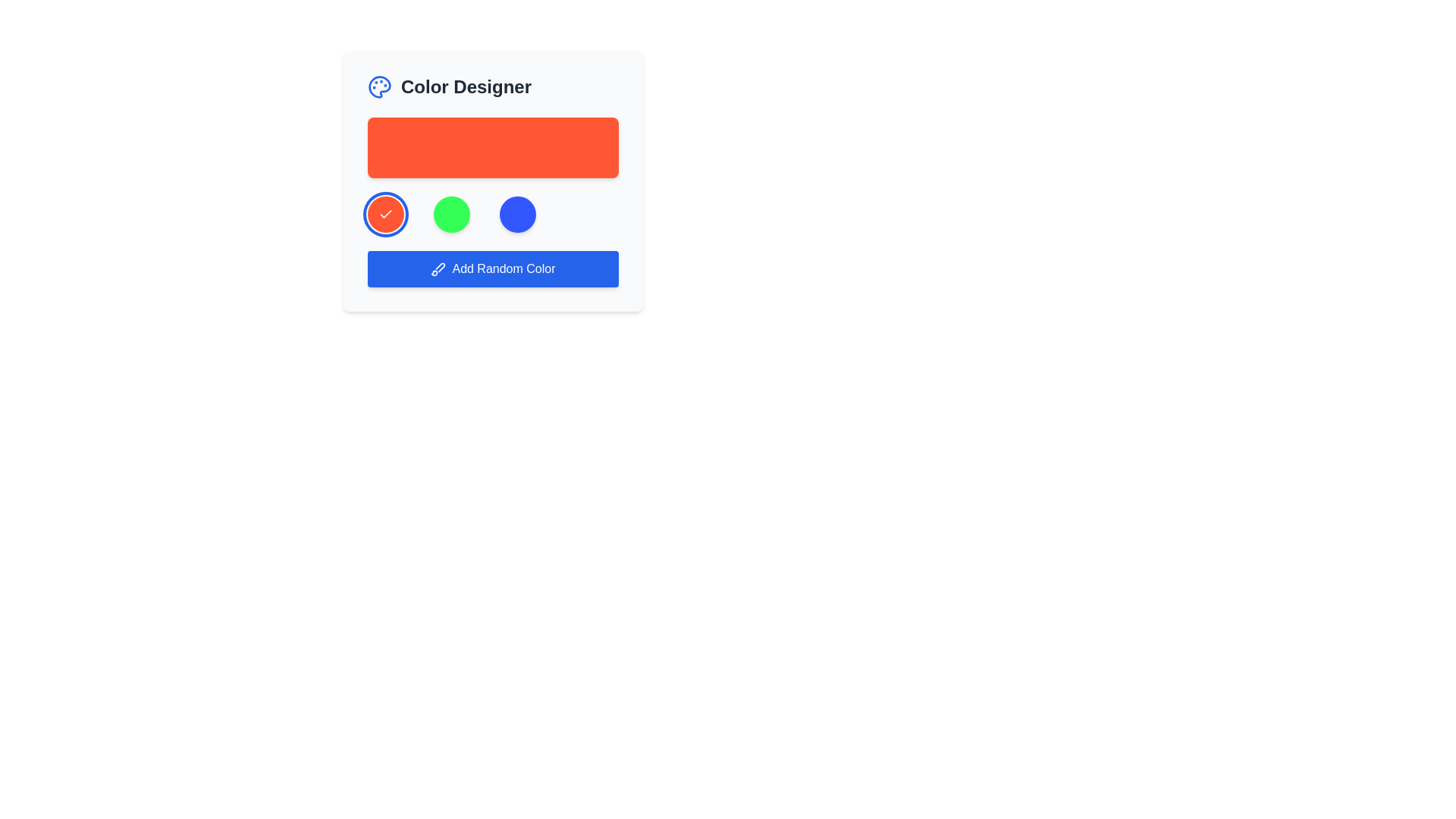 The width and height of the screenshot is (1456, 819). Describe the element at coordinates (450, 214) in the screenshot. I see `the second circular button located below the red rectangular section and above the blue rectangular button` at that location.